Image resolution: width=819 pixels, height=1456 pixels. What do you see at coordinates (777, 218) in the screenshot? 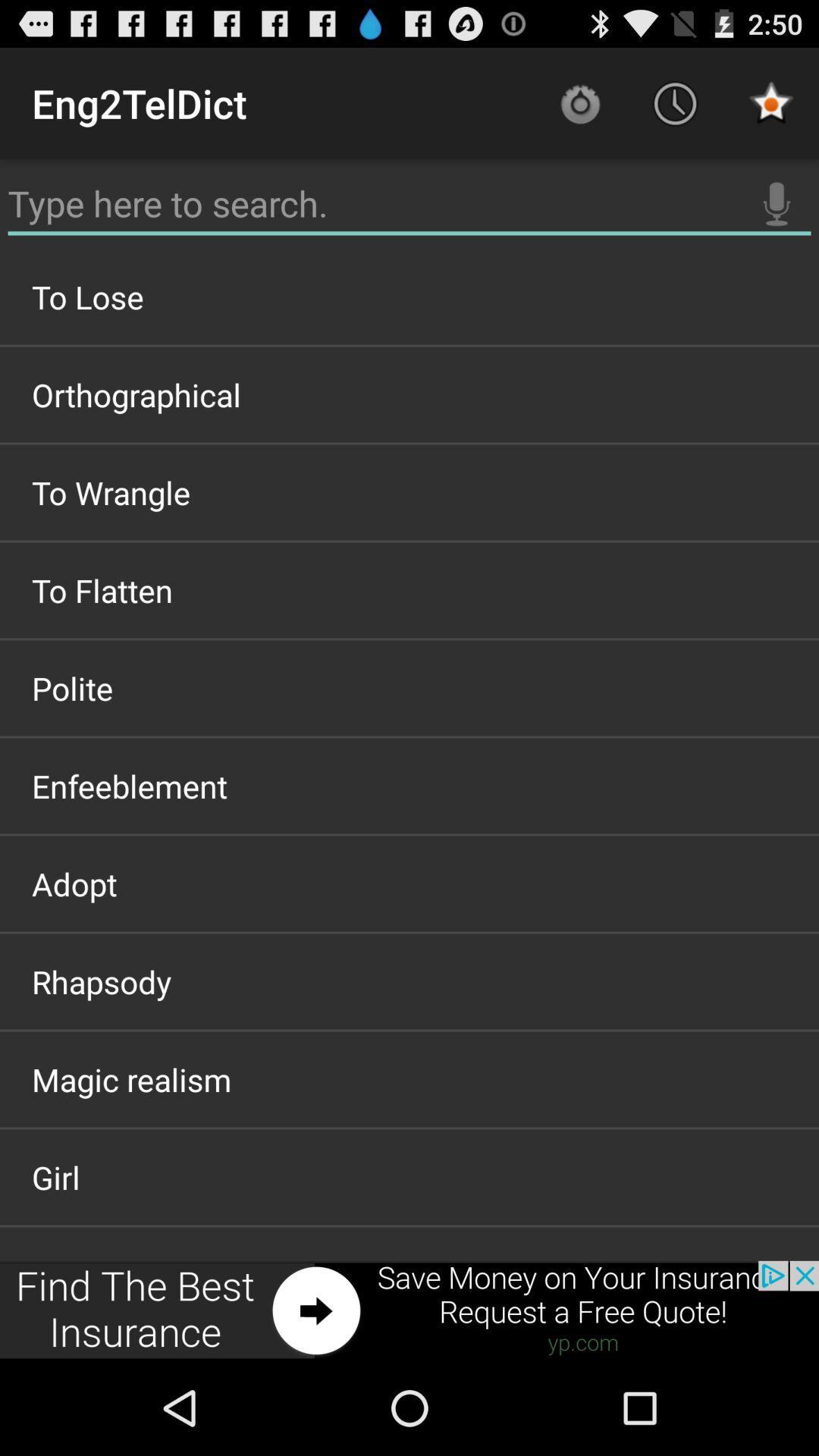
I see `the microphone icon` at bounding box center [777, 218].